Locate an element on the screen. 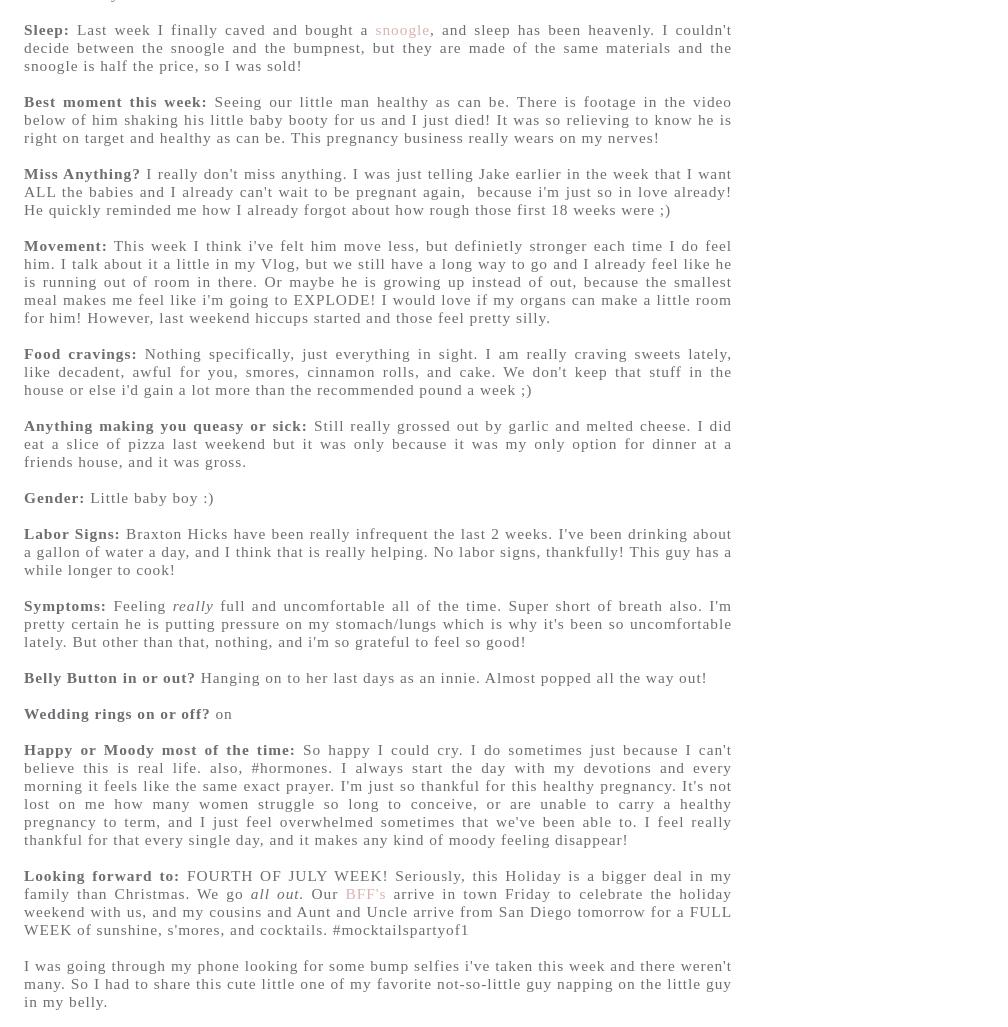 This screenshot has height=1027, width=1008. 'Best moment this week:' is located at coordinates (119, 99).